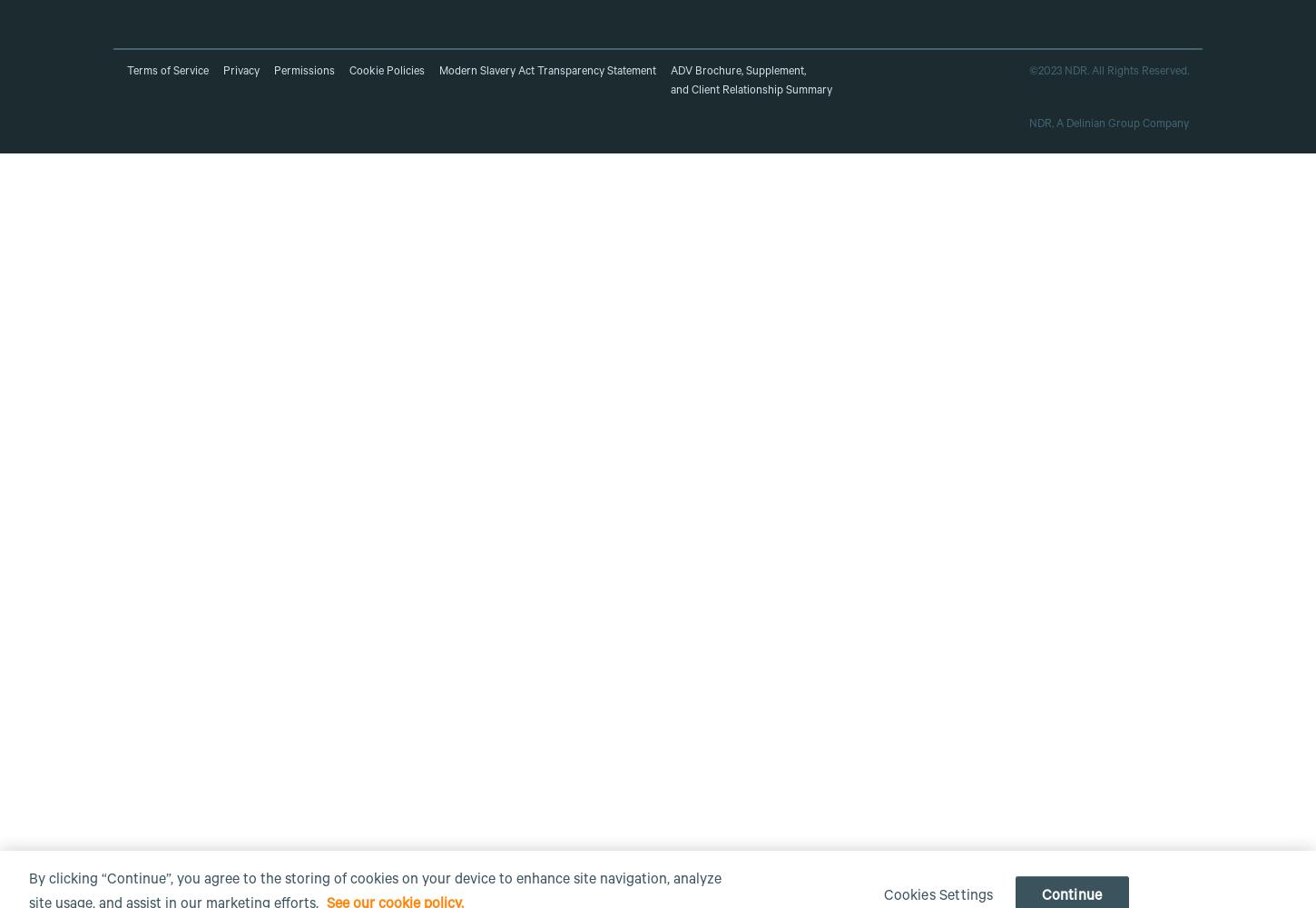 The width and height of the screenshot is (1316, 908). I want to click on 'Cookie Policies', so click(386, 71).